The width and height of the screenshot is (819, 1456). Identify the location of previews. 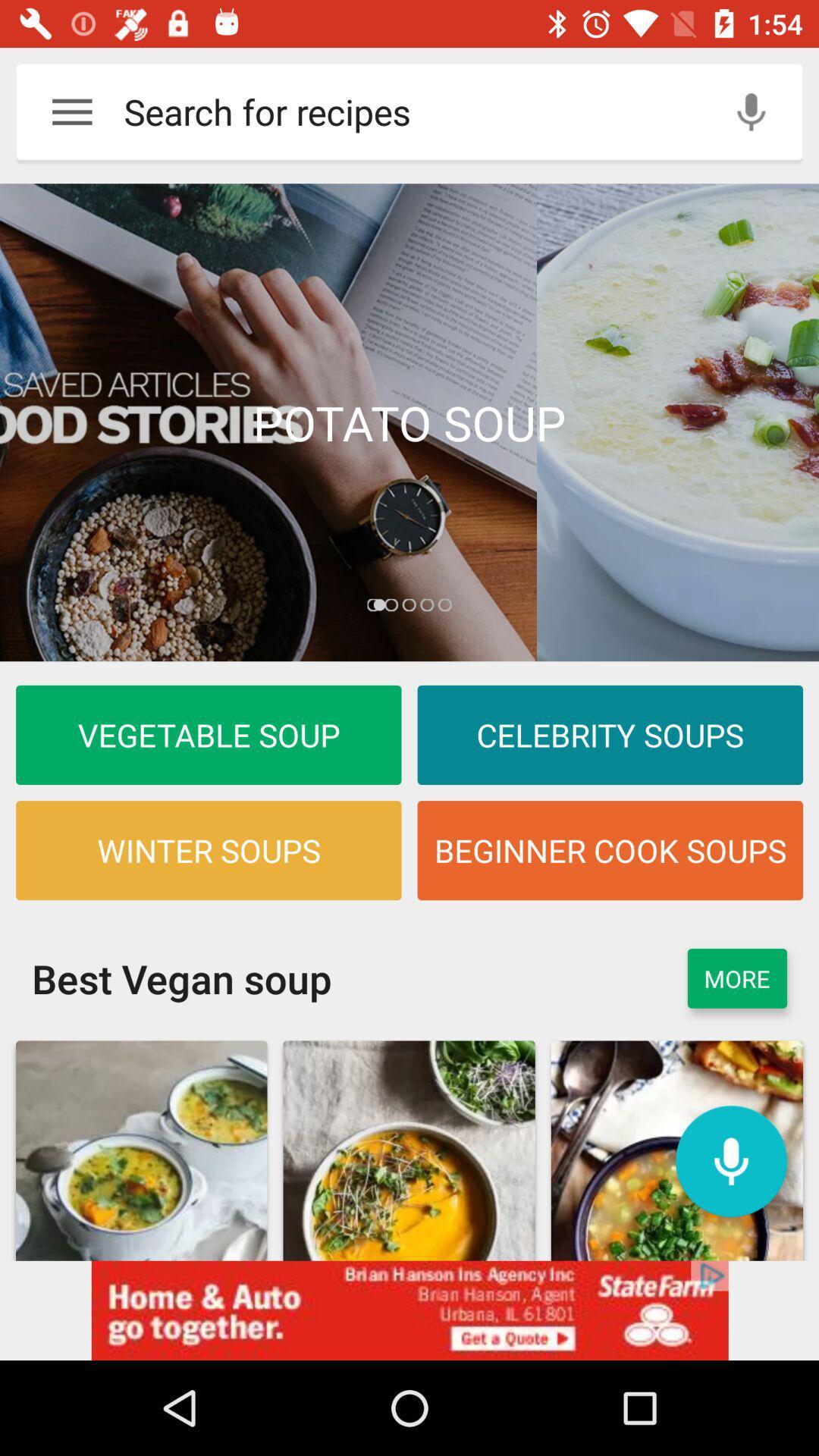
(409, 422).